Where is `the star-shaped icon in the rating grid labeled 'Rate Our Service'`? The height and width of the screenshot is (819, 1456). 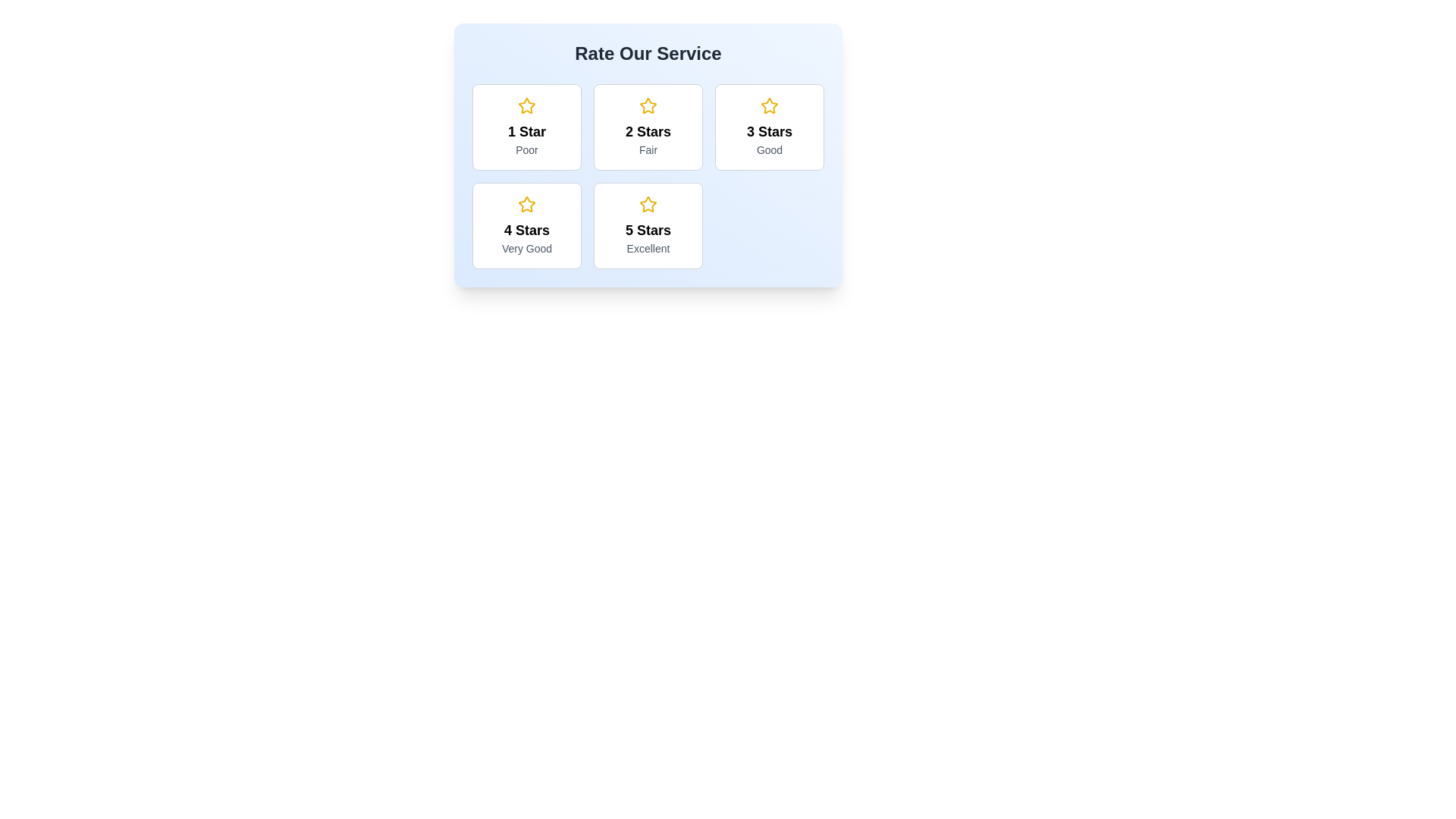 the star-shaped icon in the rating grid labeled 'Rate Our Service' is located at coordinates (527, 105).